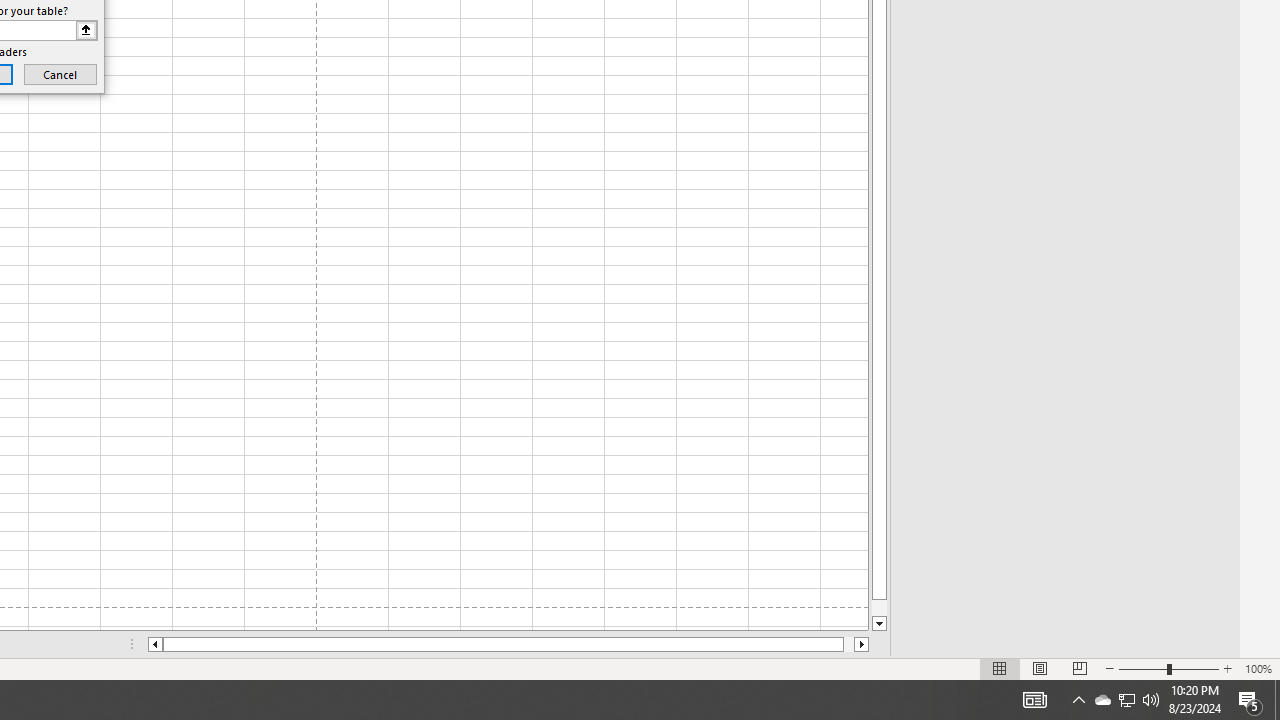  I want to click on 'Page down', so click(879, 607).